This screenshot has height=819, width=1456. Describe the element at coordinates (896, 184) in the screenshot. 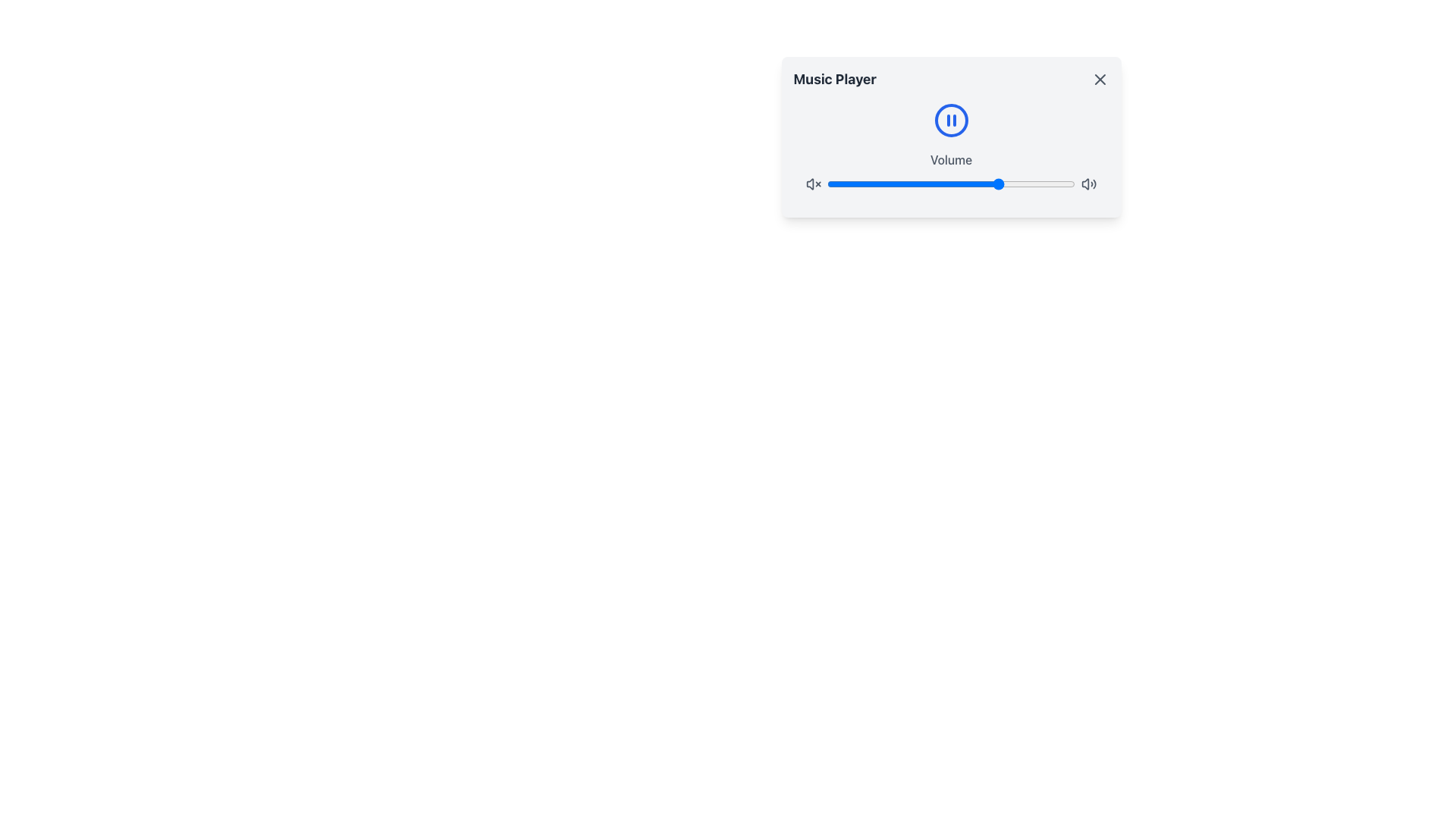

I see `the volume slider` at that location.